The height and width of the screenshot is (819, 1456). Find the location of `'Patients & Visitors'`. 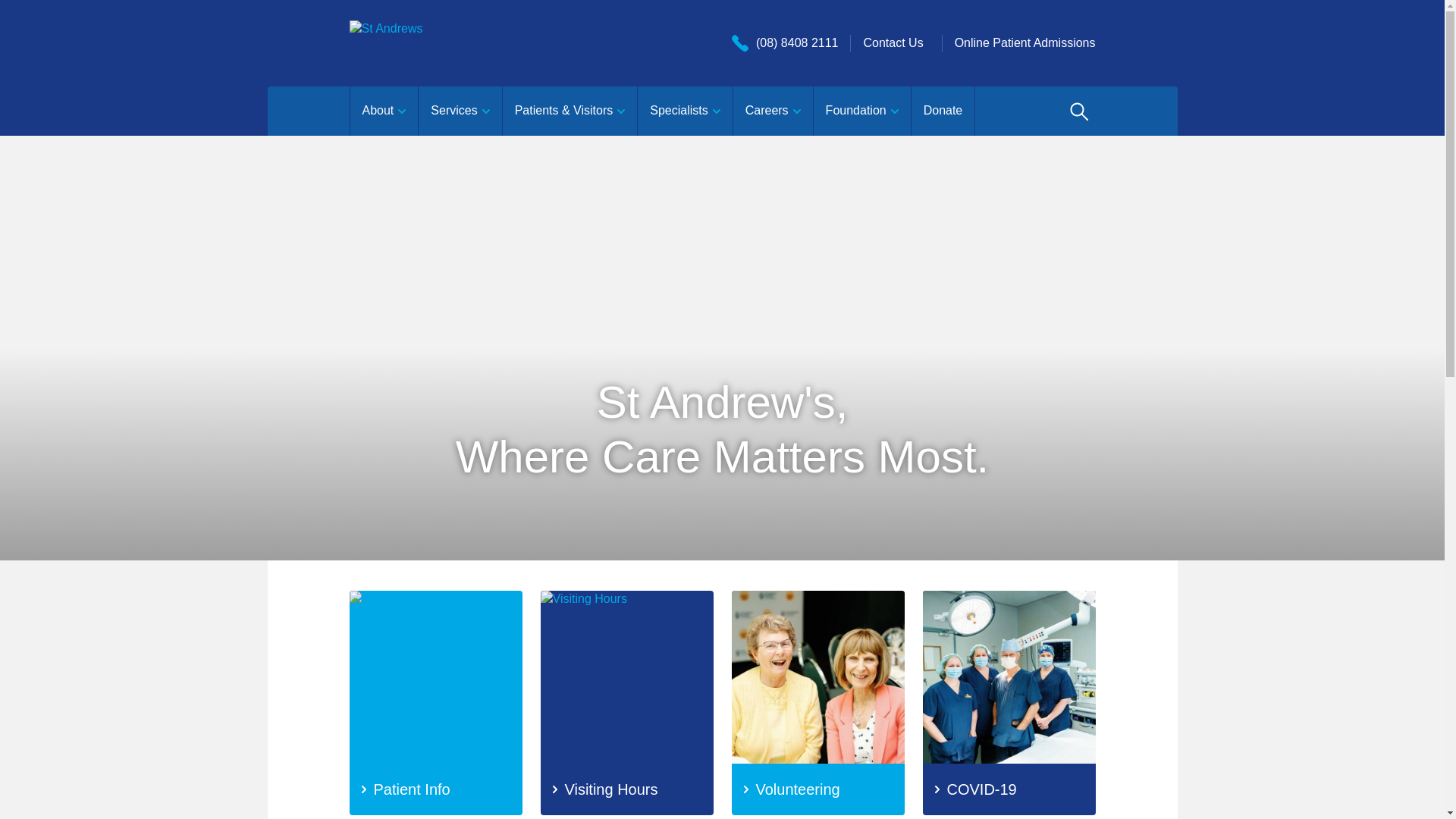

'Patients & Visitors' is located at coordinates (569, 110).